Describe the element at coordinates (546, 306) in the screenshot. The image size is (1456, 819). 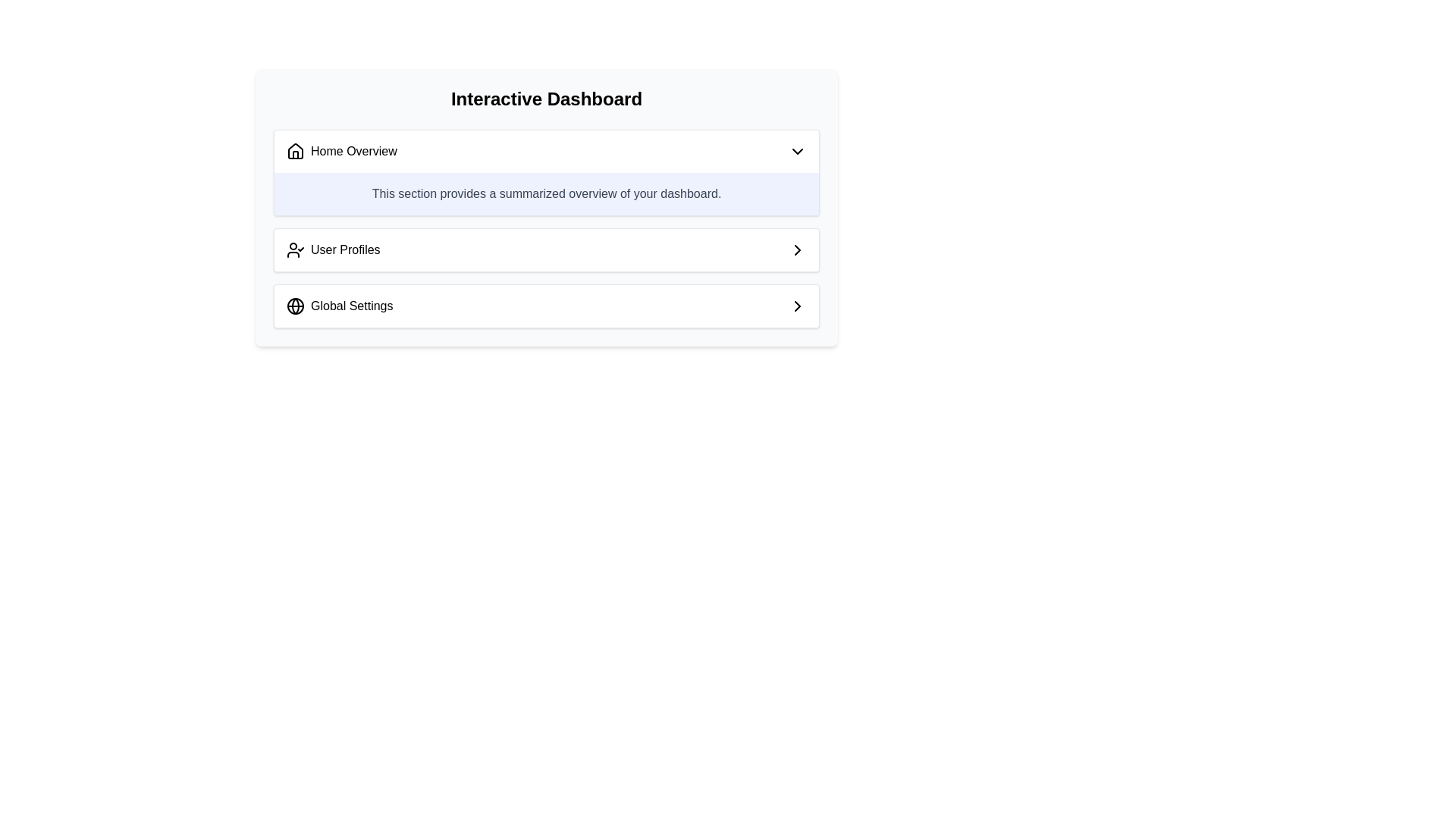
I see `the button-like interactive element for 'Global Settings' located in the lower portion of the 'Interactive Dashboard', which is the third item in the list below 'User Profiles'` at that location.